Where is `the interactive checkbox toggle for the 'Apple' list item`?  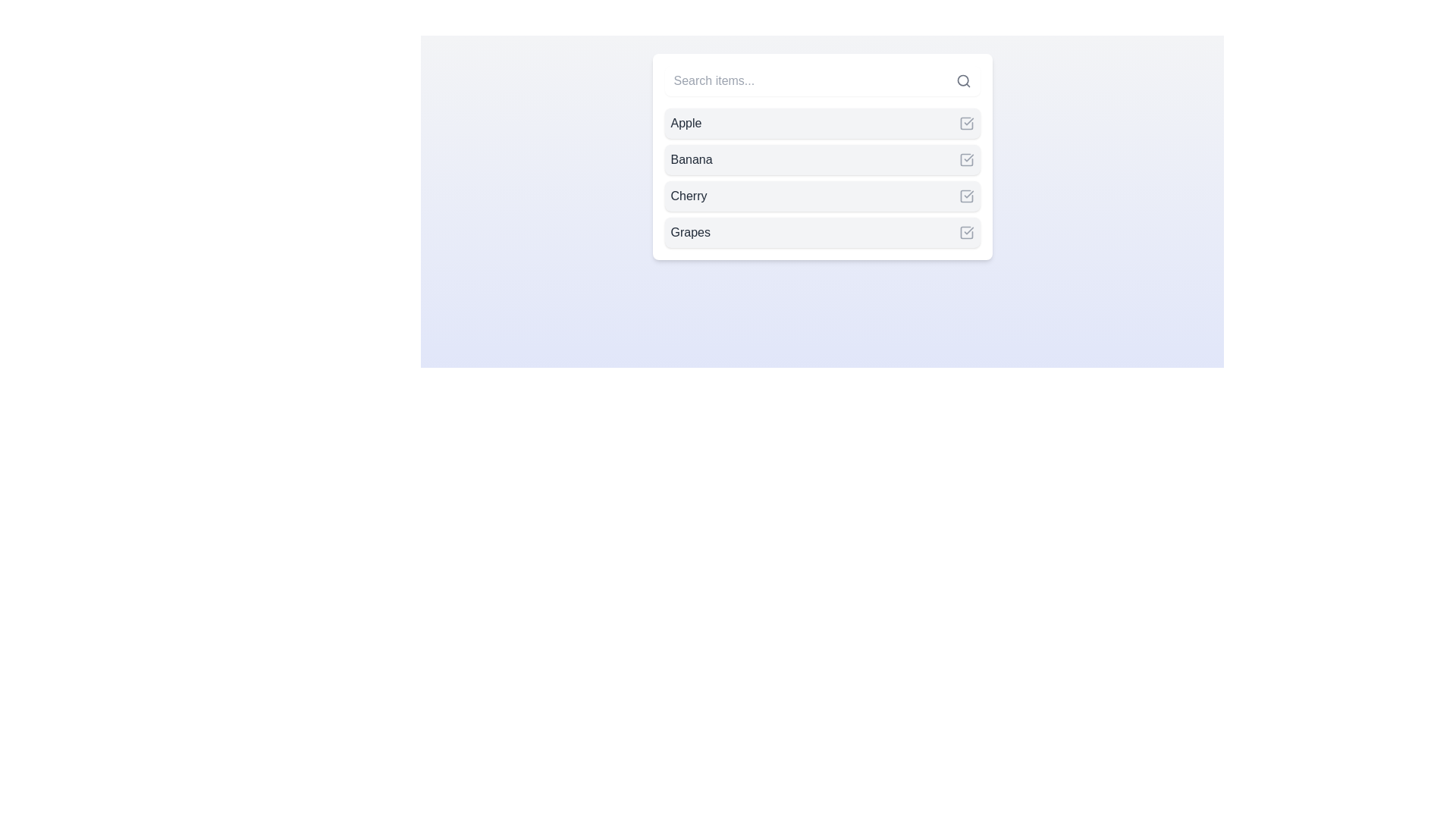
the interactive checkbox toggle for the 'Apple' list item is located at coordinates (965, 122).